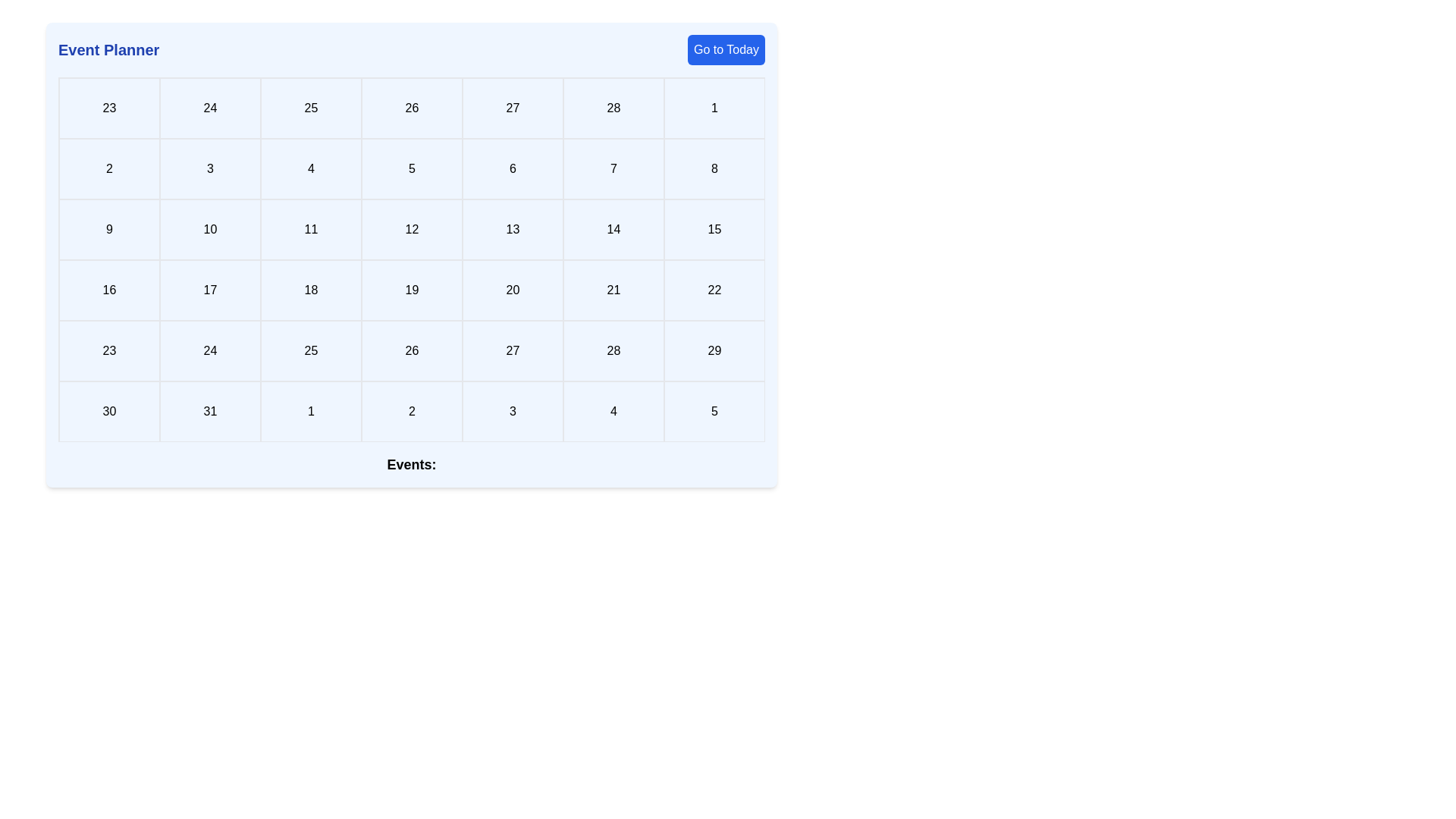  I want to click on the interactive grid cell with a light blue background containing the number '3' centered in black text, located in the last row of the grid, so click(513, 412).